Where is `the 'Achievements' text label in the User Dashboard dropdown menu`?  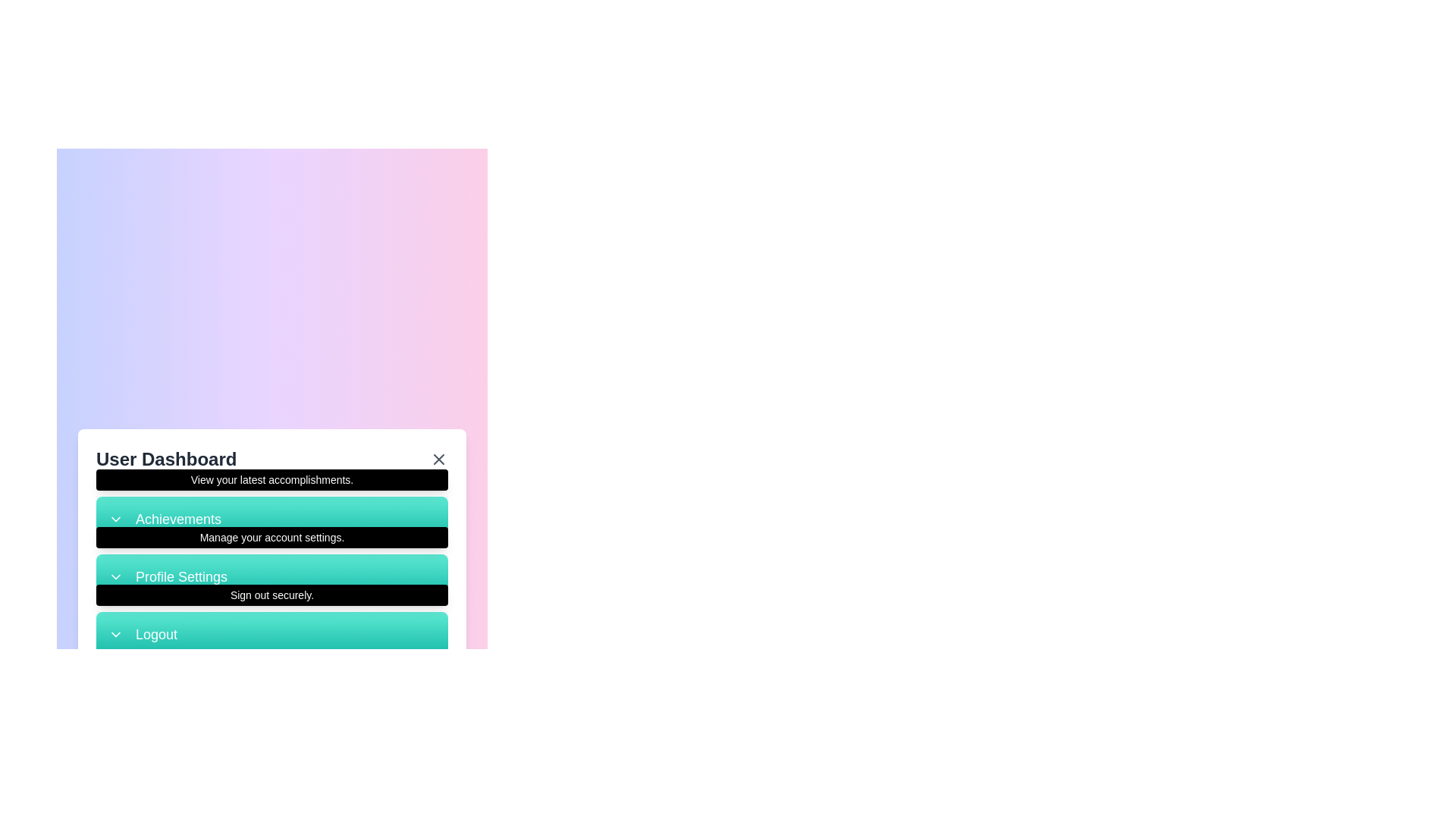 the 'Achievements' text label in the User Dashboard dropdown menu is located at coordinates (178, 518).